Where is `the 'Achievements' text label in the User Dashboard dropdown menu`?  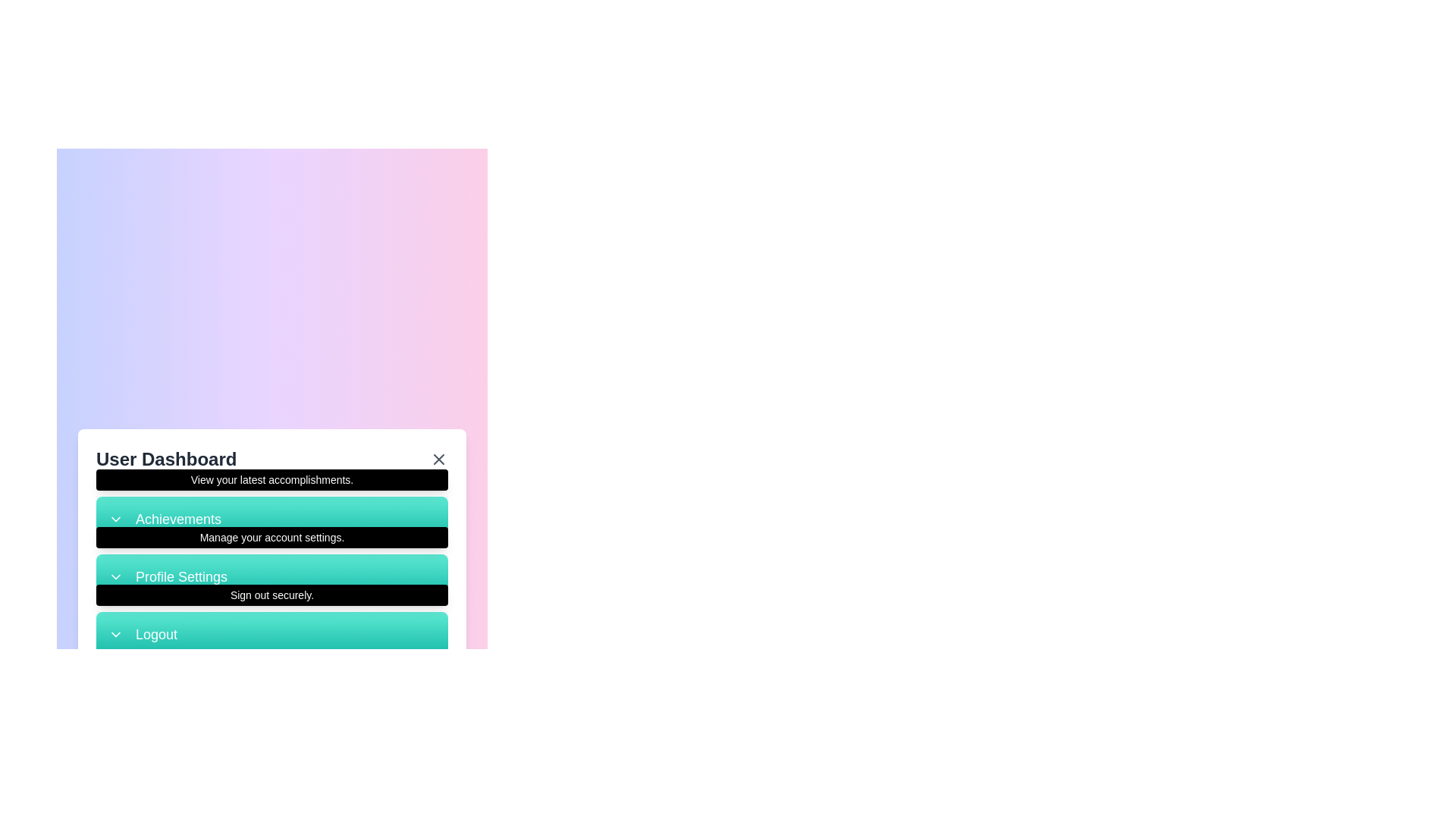 the 'Achievements' text label in the User Dashboard dropdown menu is located at coordinates (178, 518).